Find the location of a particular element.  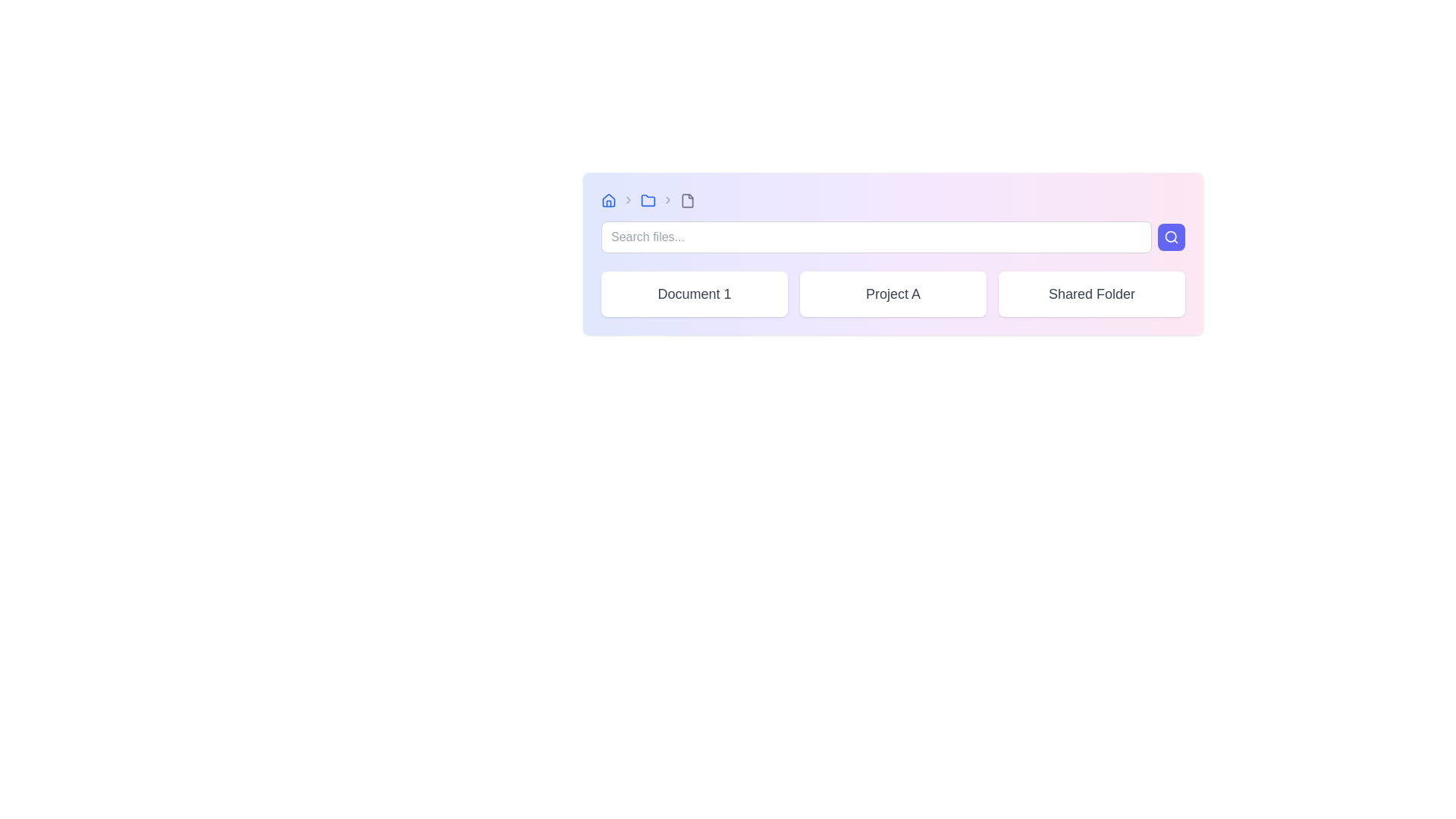

the gray document icon with a folded corner located is located at coordinates (687, 199).